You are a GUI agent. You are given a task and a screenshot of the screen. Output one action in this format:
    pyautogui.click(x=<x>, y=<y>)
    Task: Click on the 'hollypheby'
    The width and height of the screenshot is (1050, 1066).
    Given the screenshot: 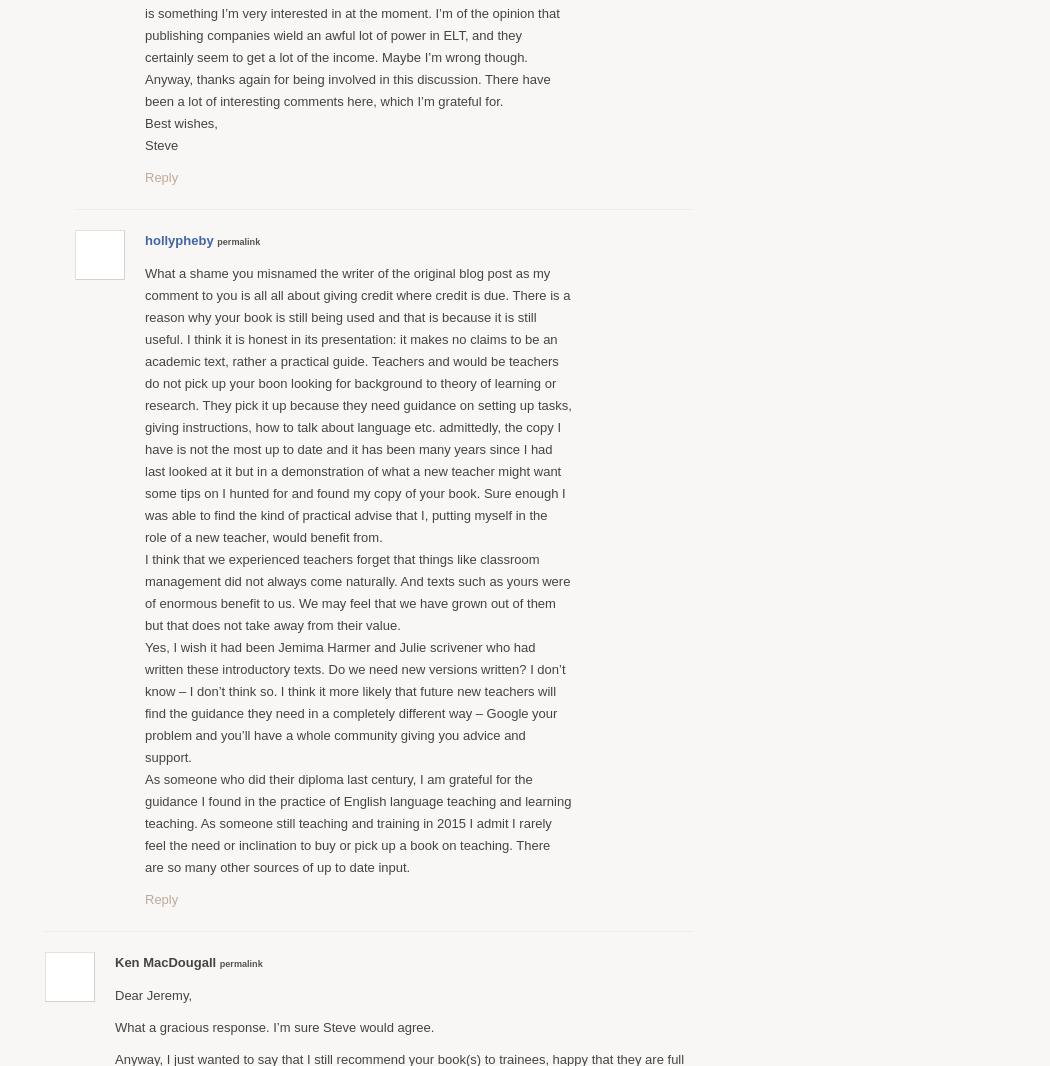 What is the action you would take?
    pyautogui.click(x=179, y=238)
    